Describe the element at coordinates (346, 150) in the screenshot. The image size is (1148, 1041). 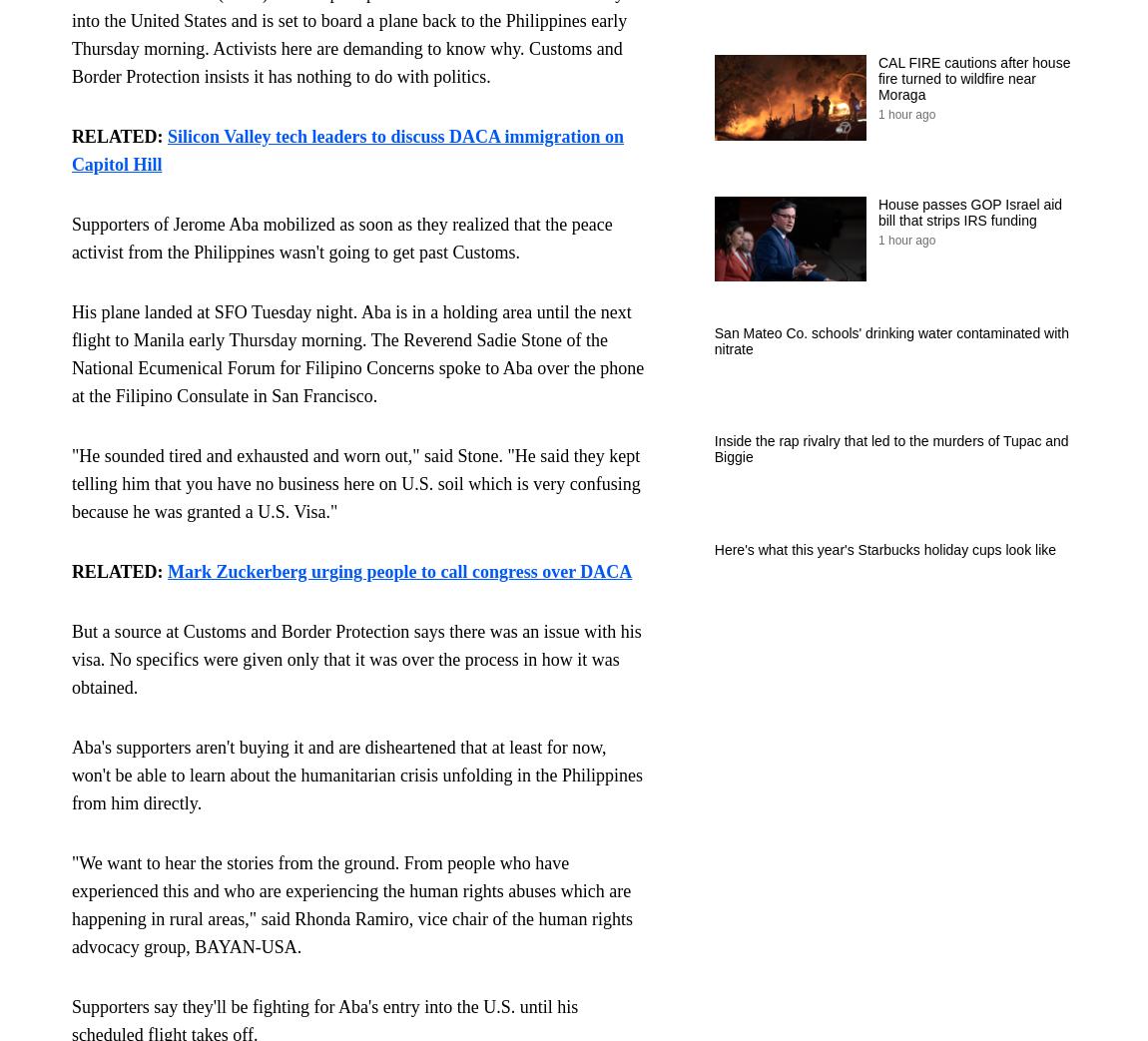
I see `'Silicon Valley tech leaders to discuss DACA immigration on Capitol Hill'` at that location.